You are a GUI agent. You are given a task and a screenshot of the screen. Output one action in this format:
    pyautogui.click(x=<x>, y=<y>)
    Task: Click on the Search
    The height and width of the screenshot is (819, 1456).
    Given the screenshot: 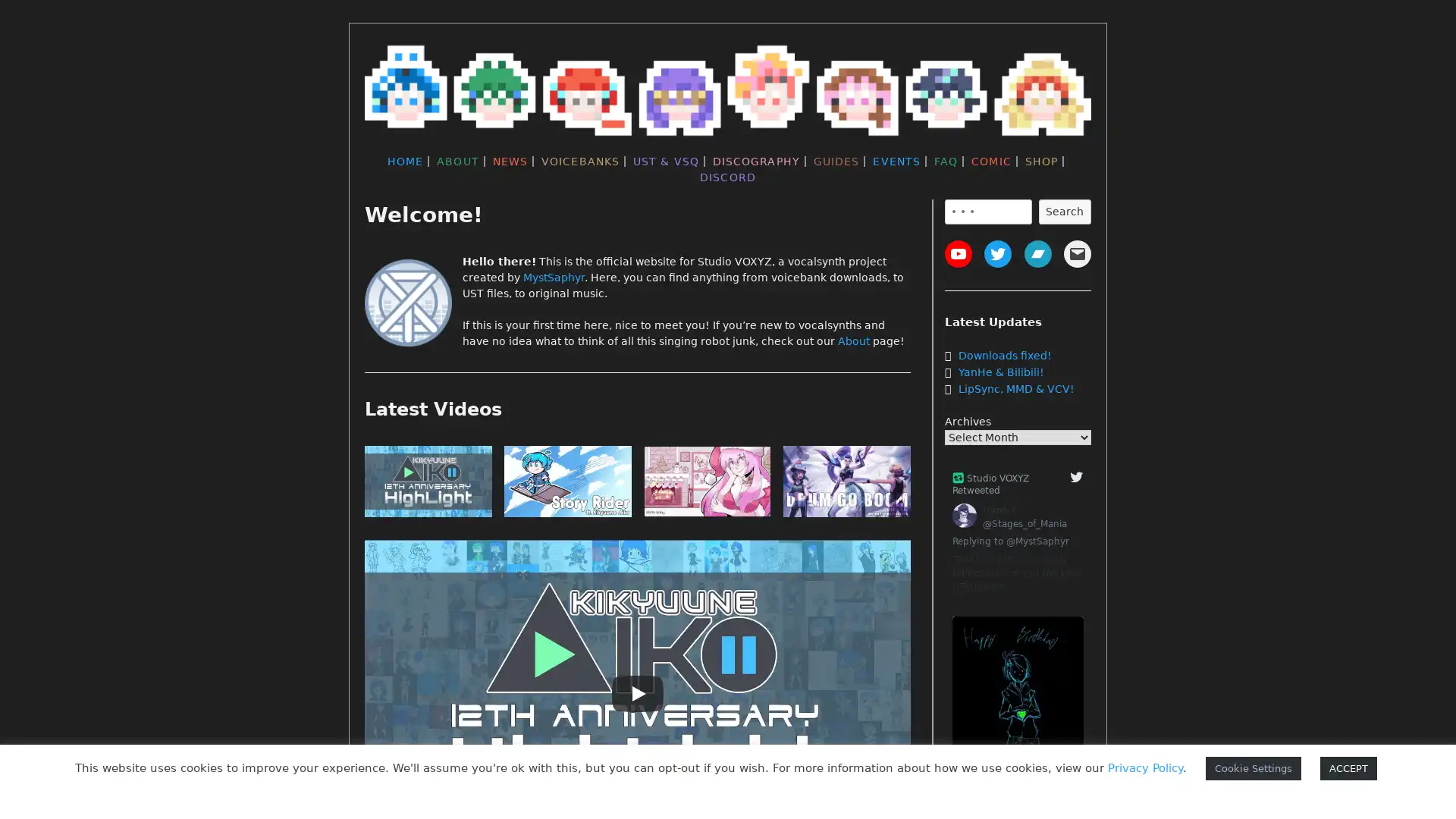 What is the action you would take?
    pyautogui.click(x=1063, y=211)
    